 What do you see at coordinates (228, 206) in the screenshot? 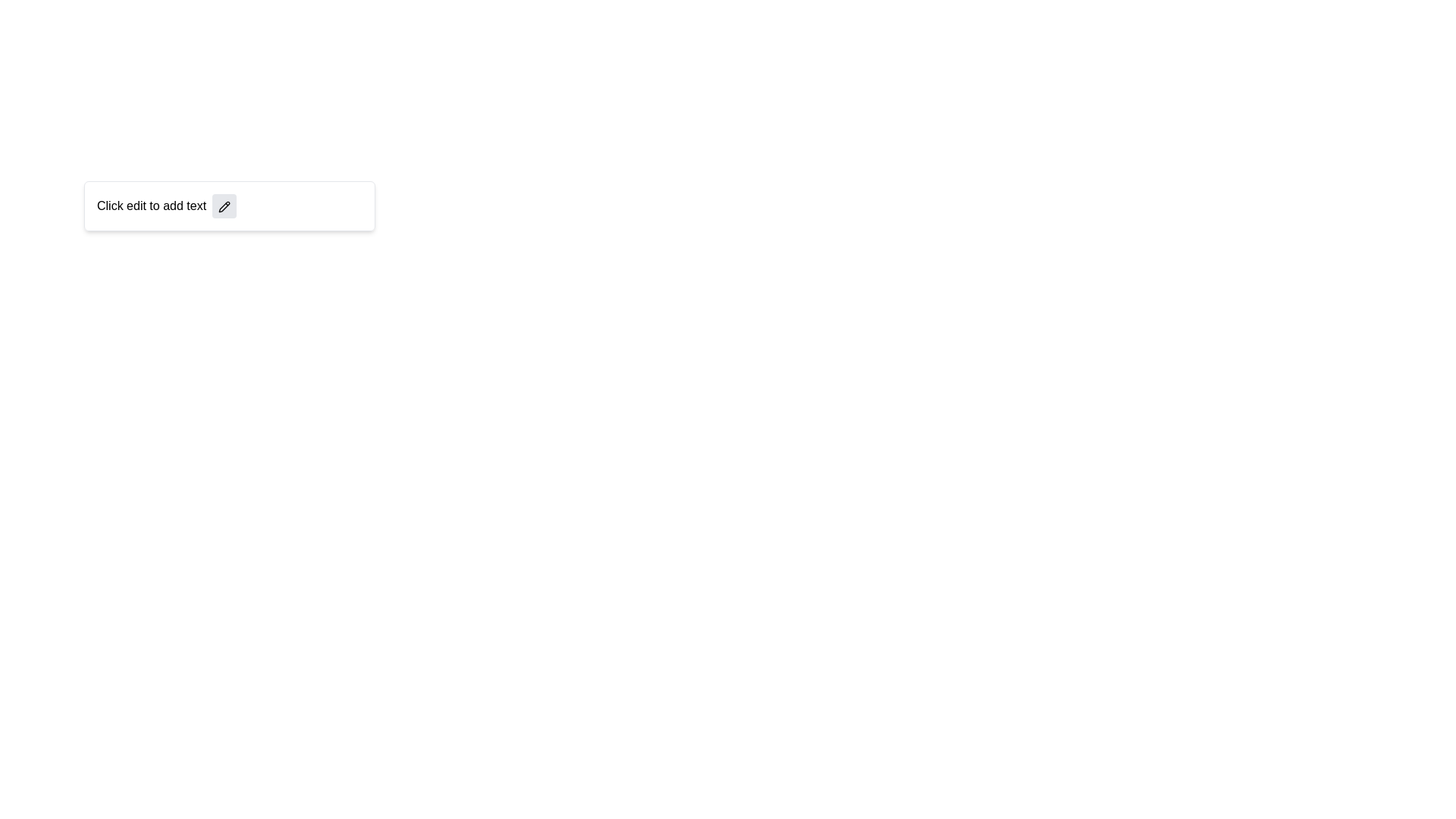
I see `the pencil icon located within the editable field prompt to begin editing its contents` at bounding box center [228, 206].